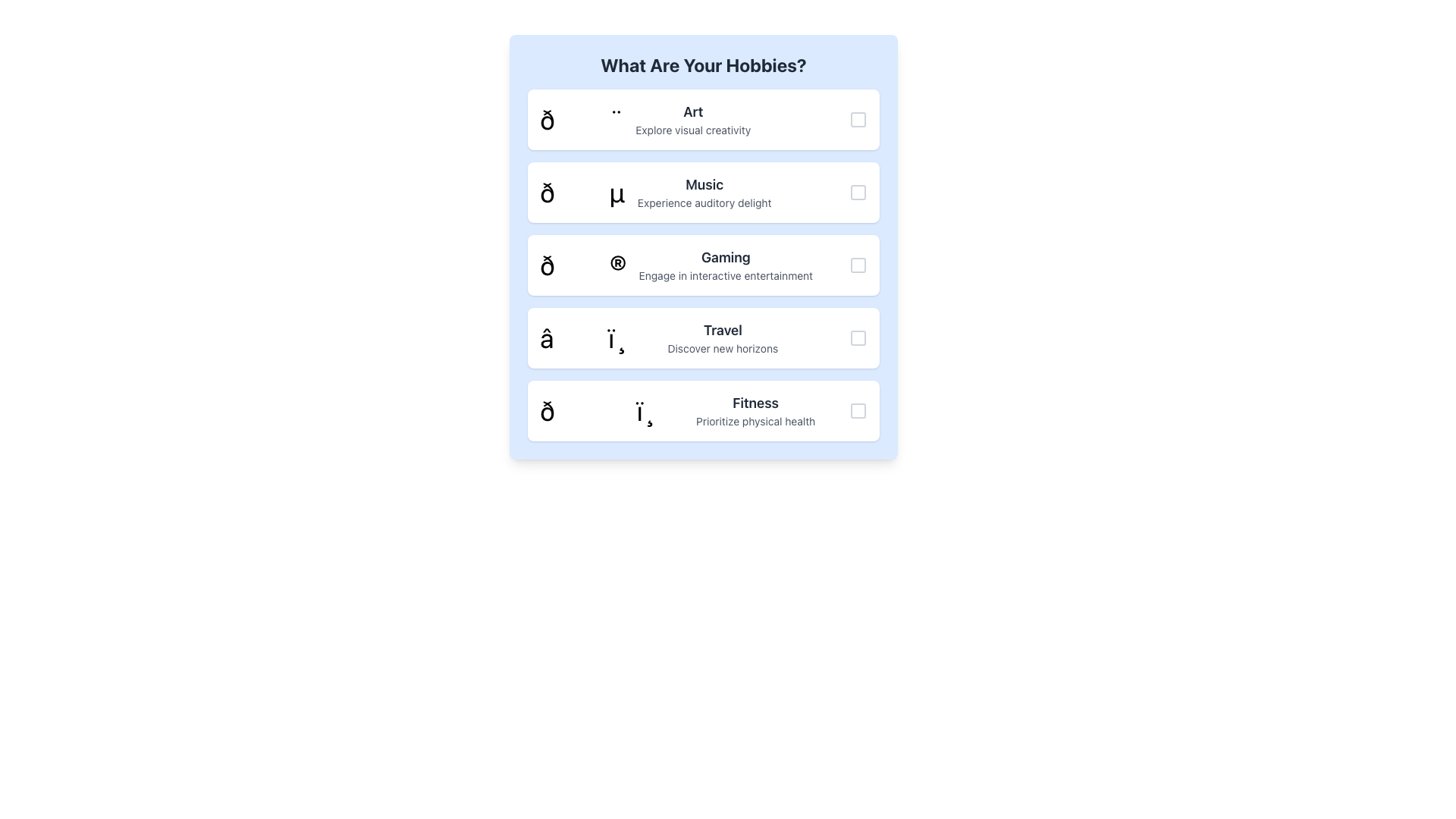 The height and width of the screenshot is (819, 1456). Describe the element at coordinates (858, 411) in the screenshot. I see `the interactive checkbox for the 'Fitness' option` at that location.